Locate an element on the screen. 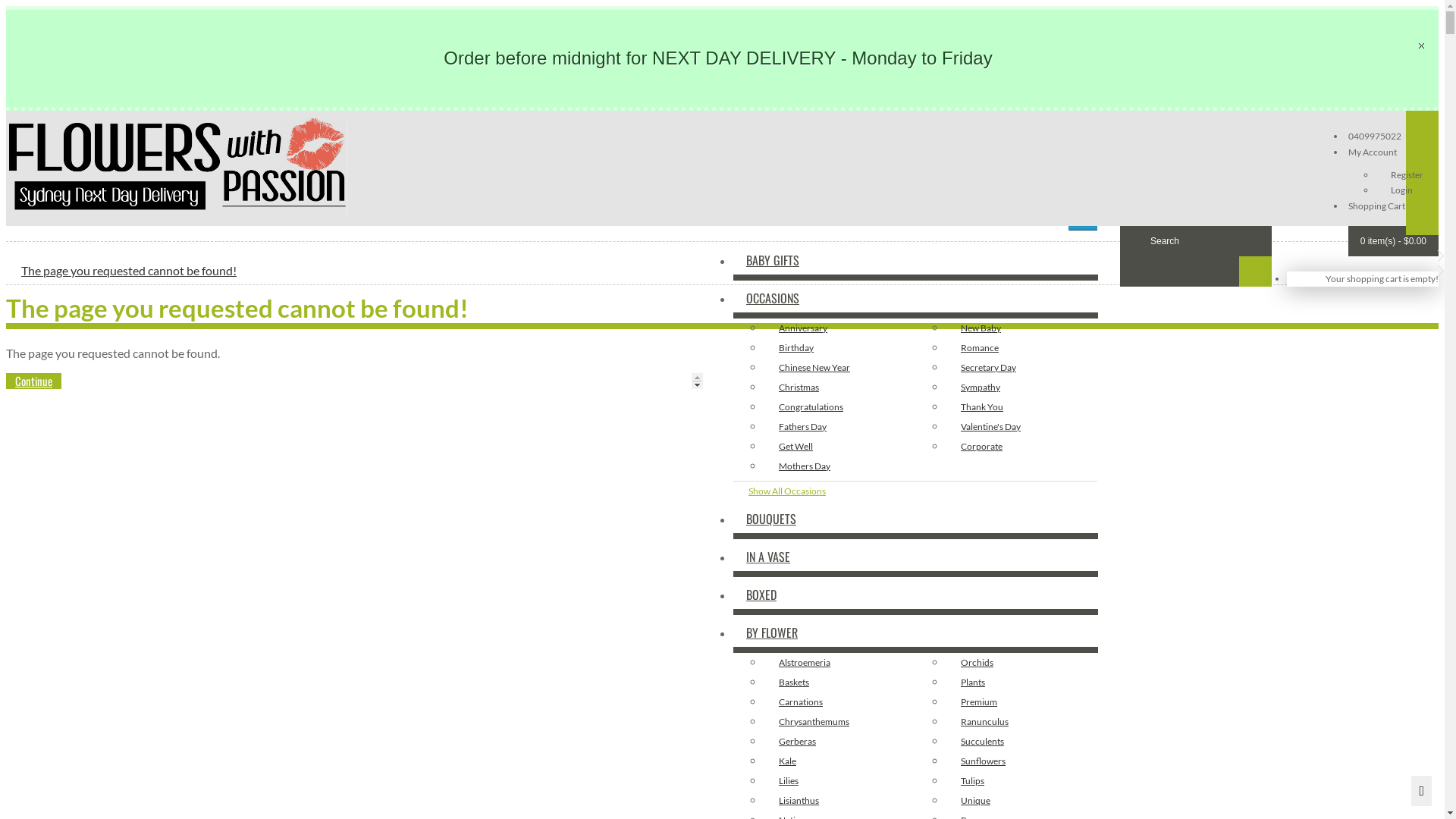 This screenshot has height=819, width=1456. 'Ranunculus' is located at coordinates (1021, 720).